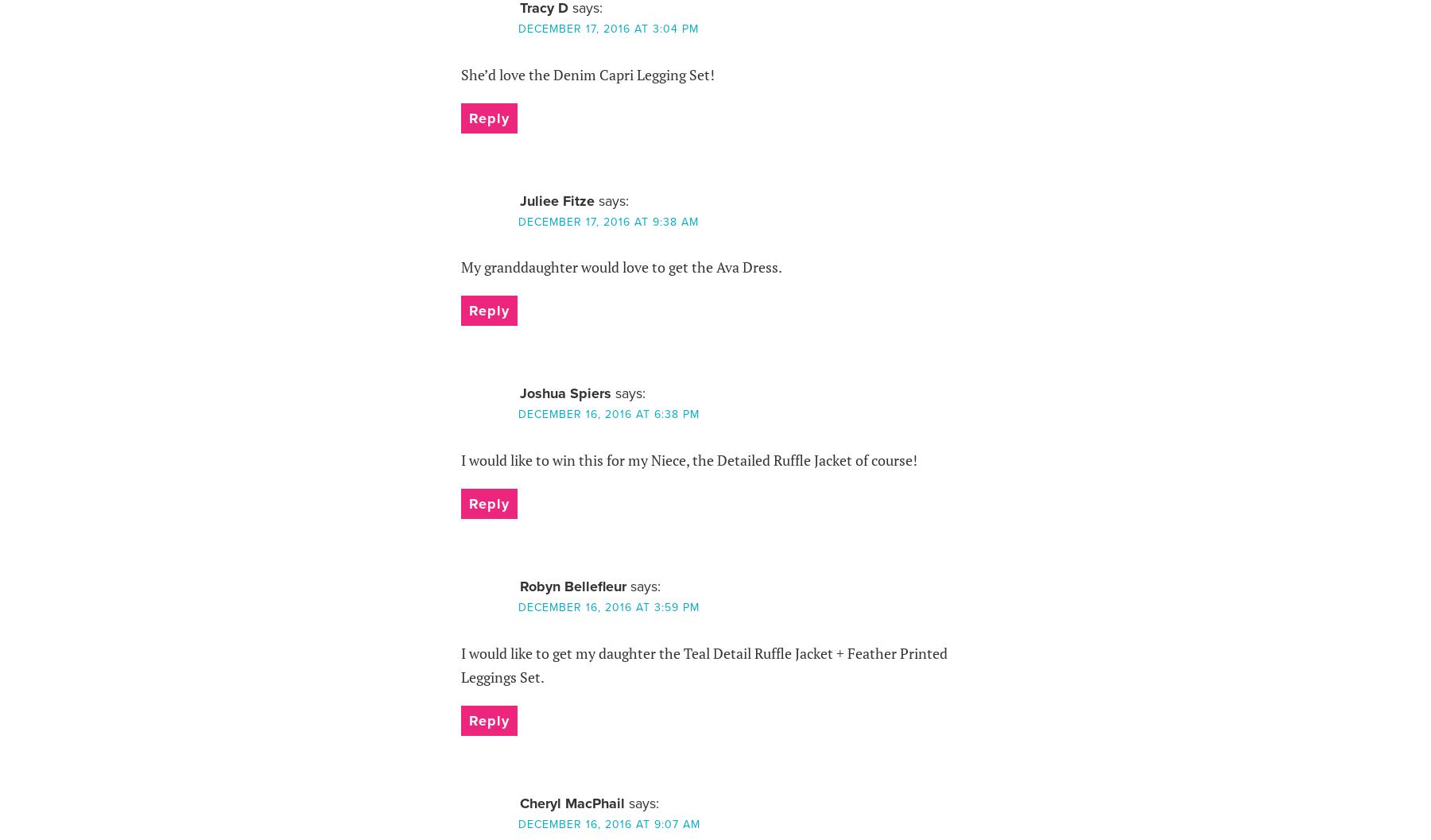 The height and width of the screenshot is (840, 1431). Describe the element at coordinates (570, 801) in the screenshot. I see `'Cheryl MacPhail'` at that location.